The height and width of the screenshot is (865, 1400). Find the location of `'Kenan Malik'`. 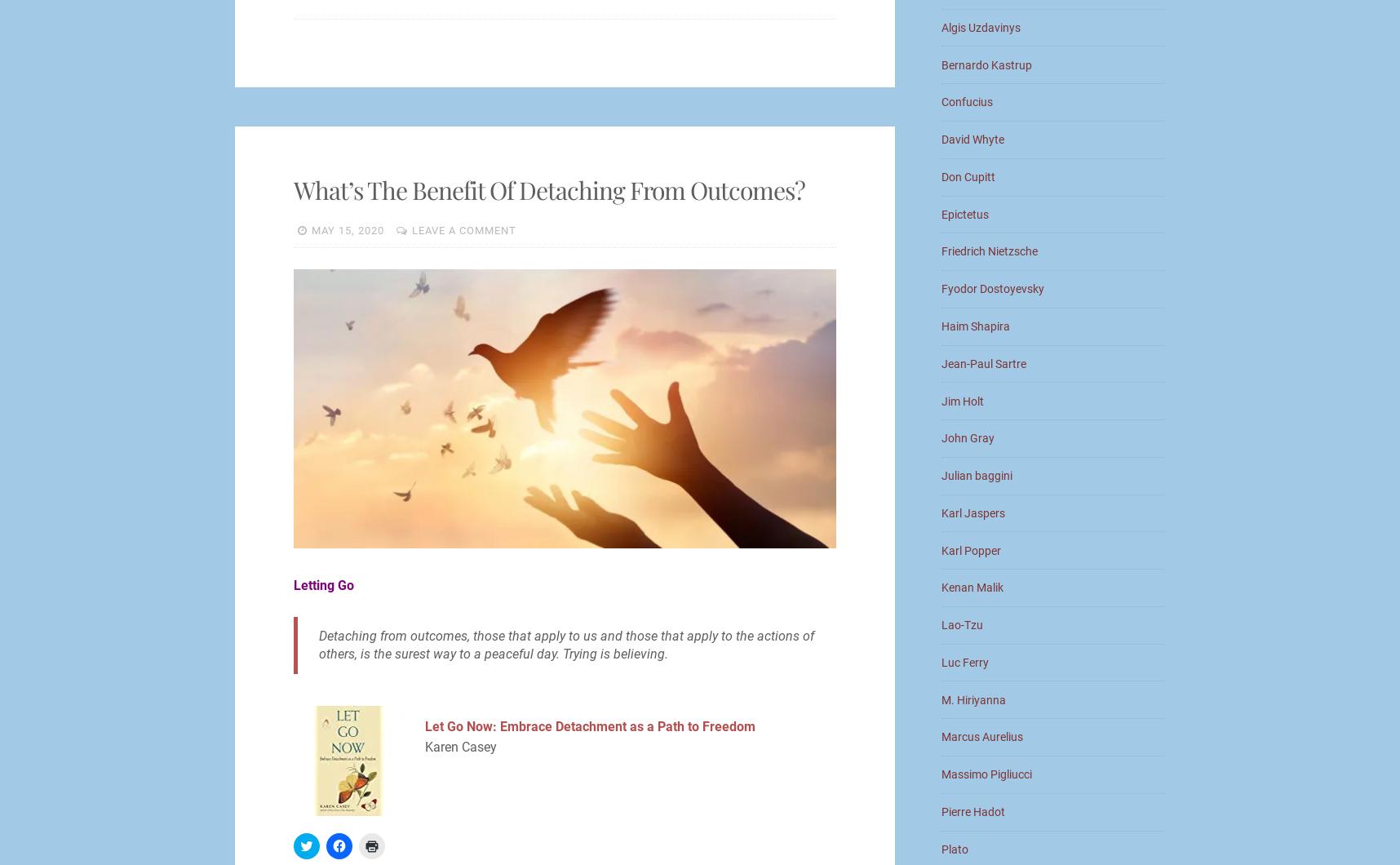

'Kenan Malik' is located at coordinates (972, 586).